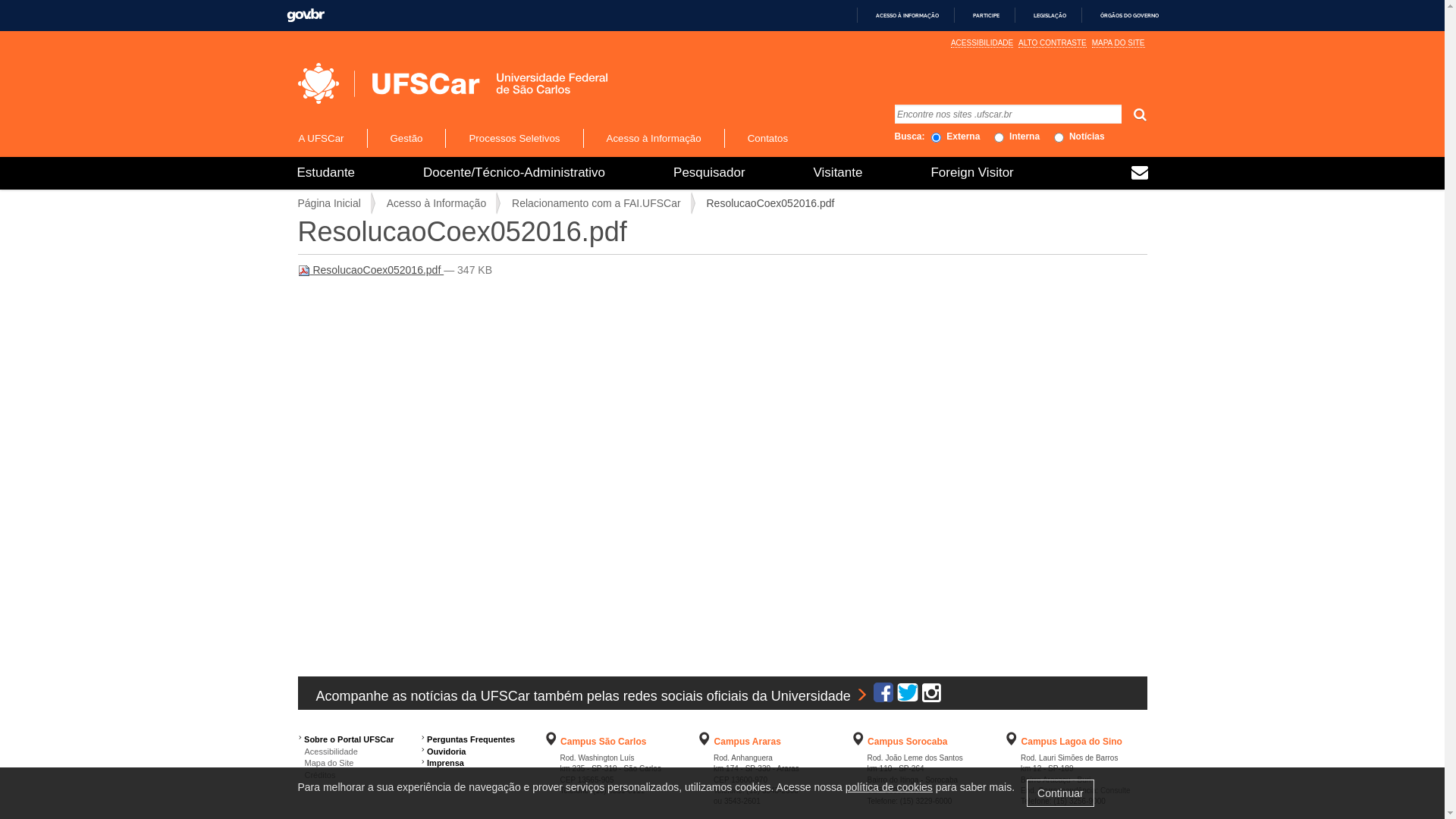 The height and width of the screenshot is (819, 1456). I want to click on 'A UFSCar', so click(329, 138).